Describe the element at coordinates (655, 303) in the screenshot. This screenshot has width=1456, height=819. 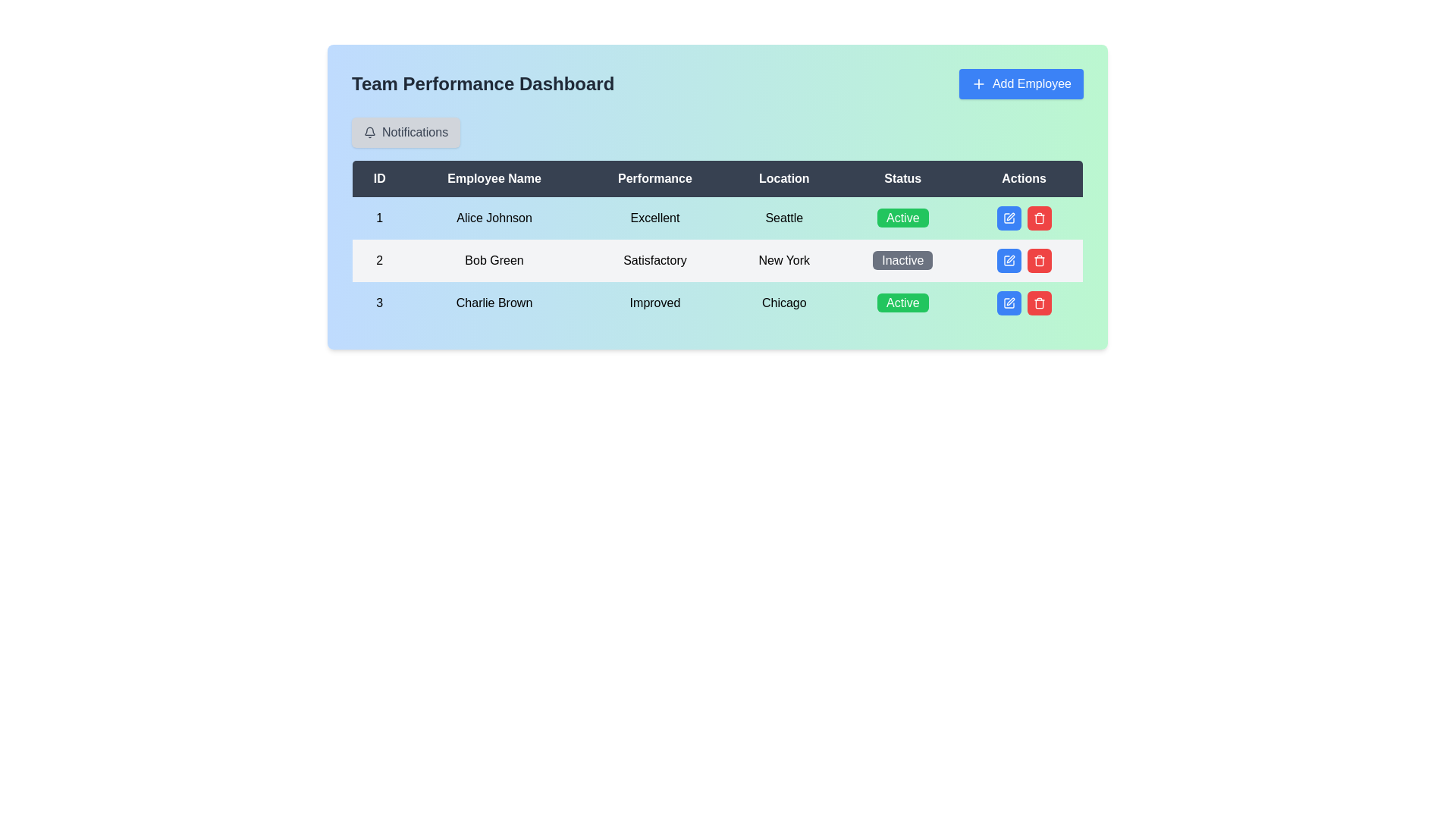
I see `the text label indicating the performance status 'Improved' for the employee 'Charlie Brown' in the Performance column of the table` at that location.